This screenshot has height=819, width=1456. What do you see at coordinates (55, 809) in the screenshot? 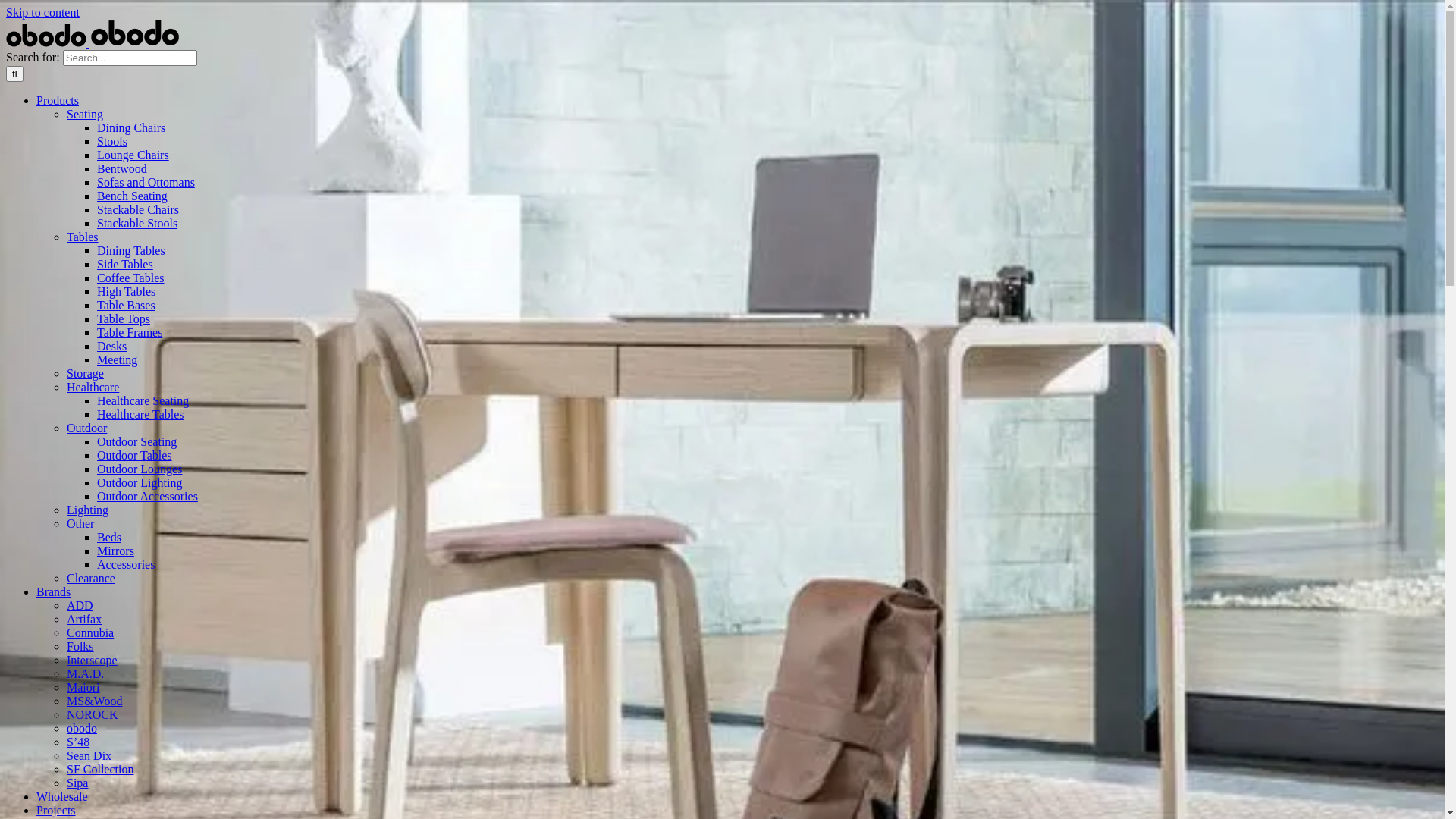
I see `'Projects'` at bounding box center [55, 809].